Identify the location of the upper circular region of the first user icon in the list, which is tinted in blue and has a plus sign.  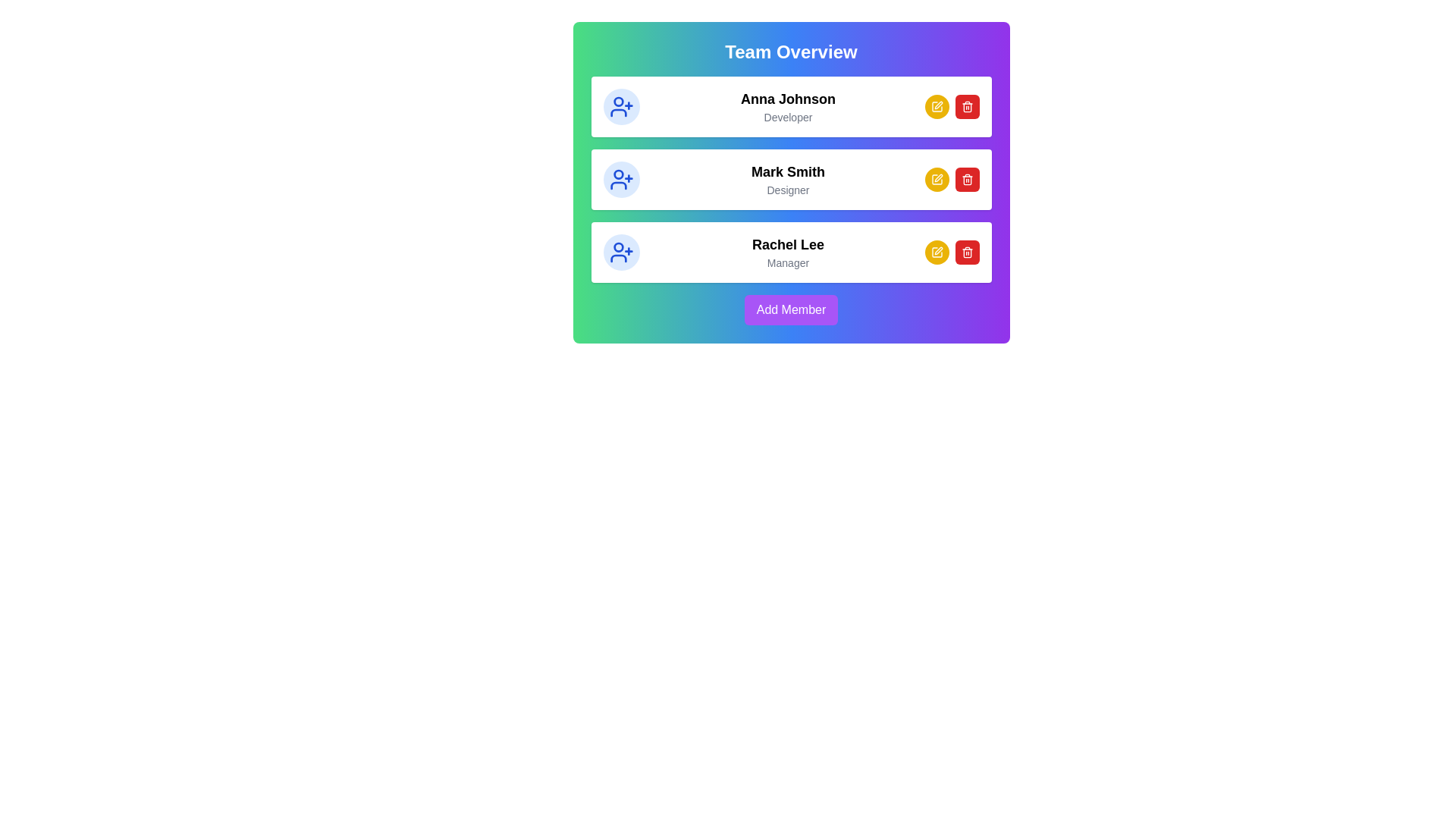
(618, 102).